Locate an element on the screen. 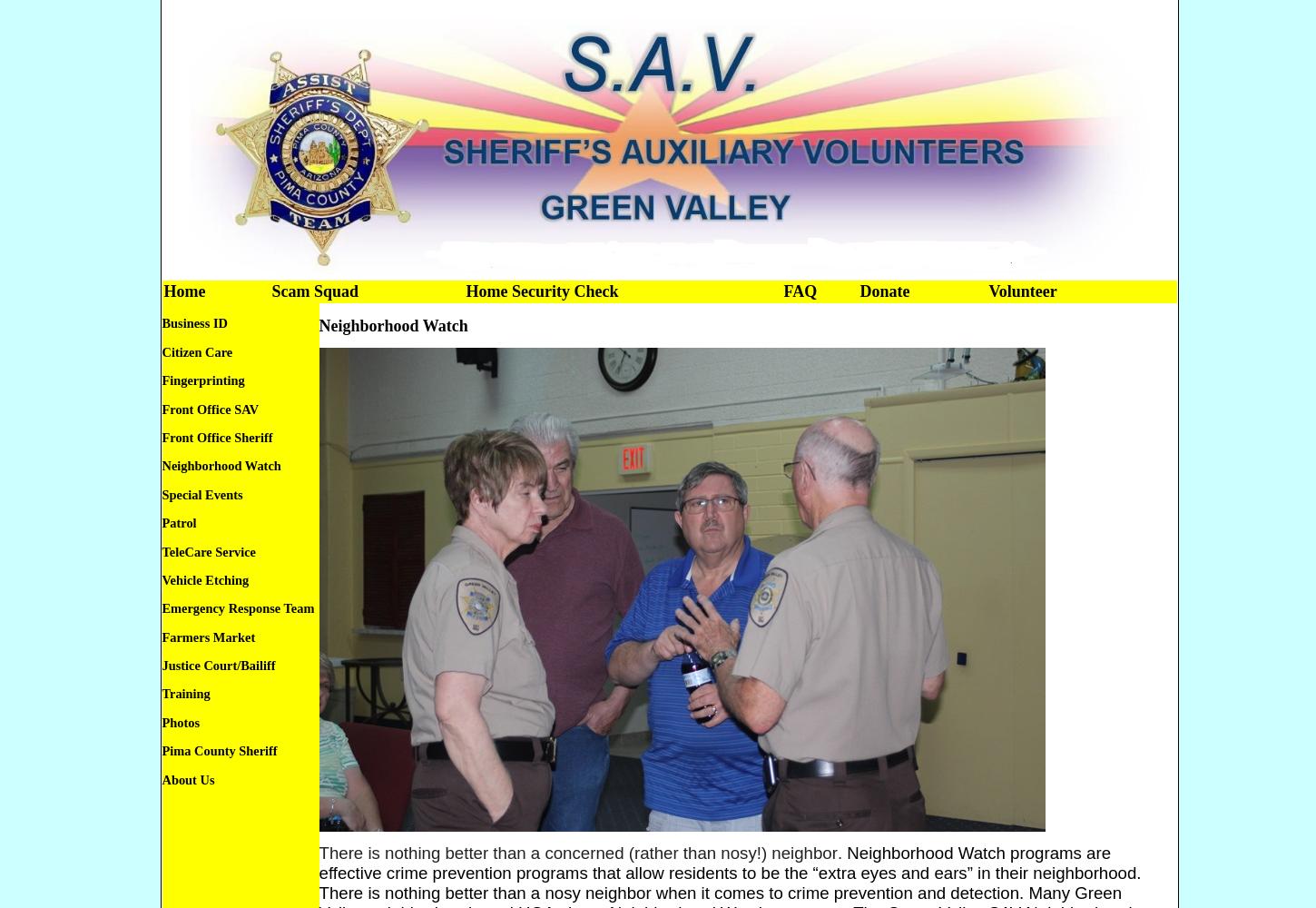  'Care Service' is located at coordinates (220, 550).